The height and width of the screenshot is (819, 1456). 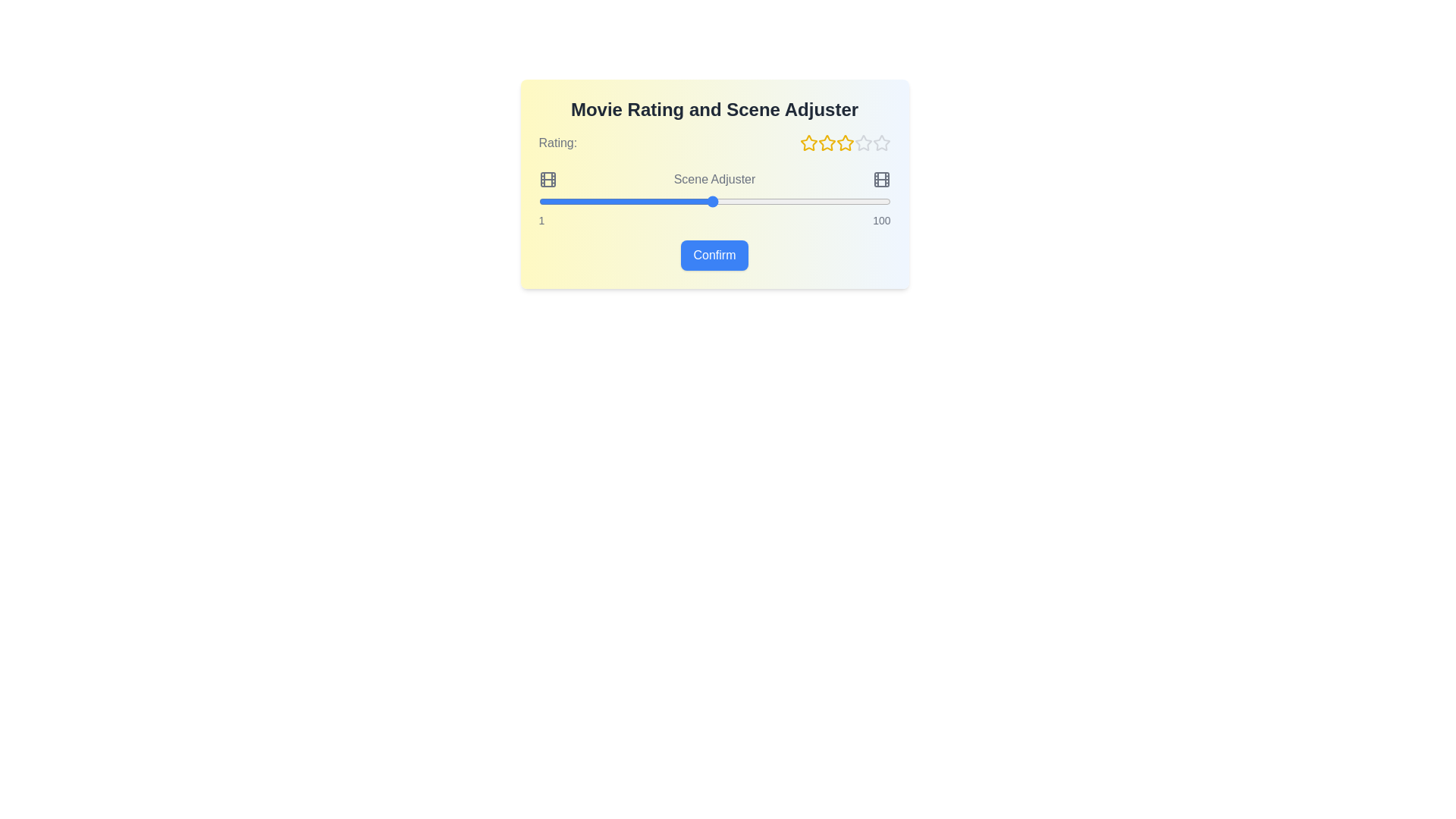 I want to click on the scene slider to 95, so click(x=873, y=201).